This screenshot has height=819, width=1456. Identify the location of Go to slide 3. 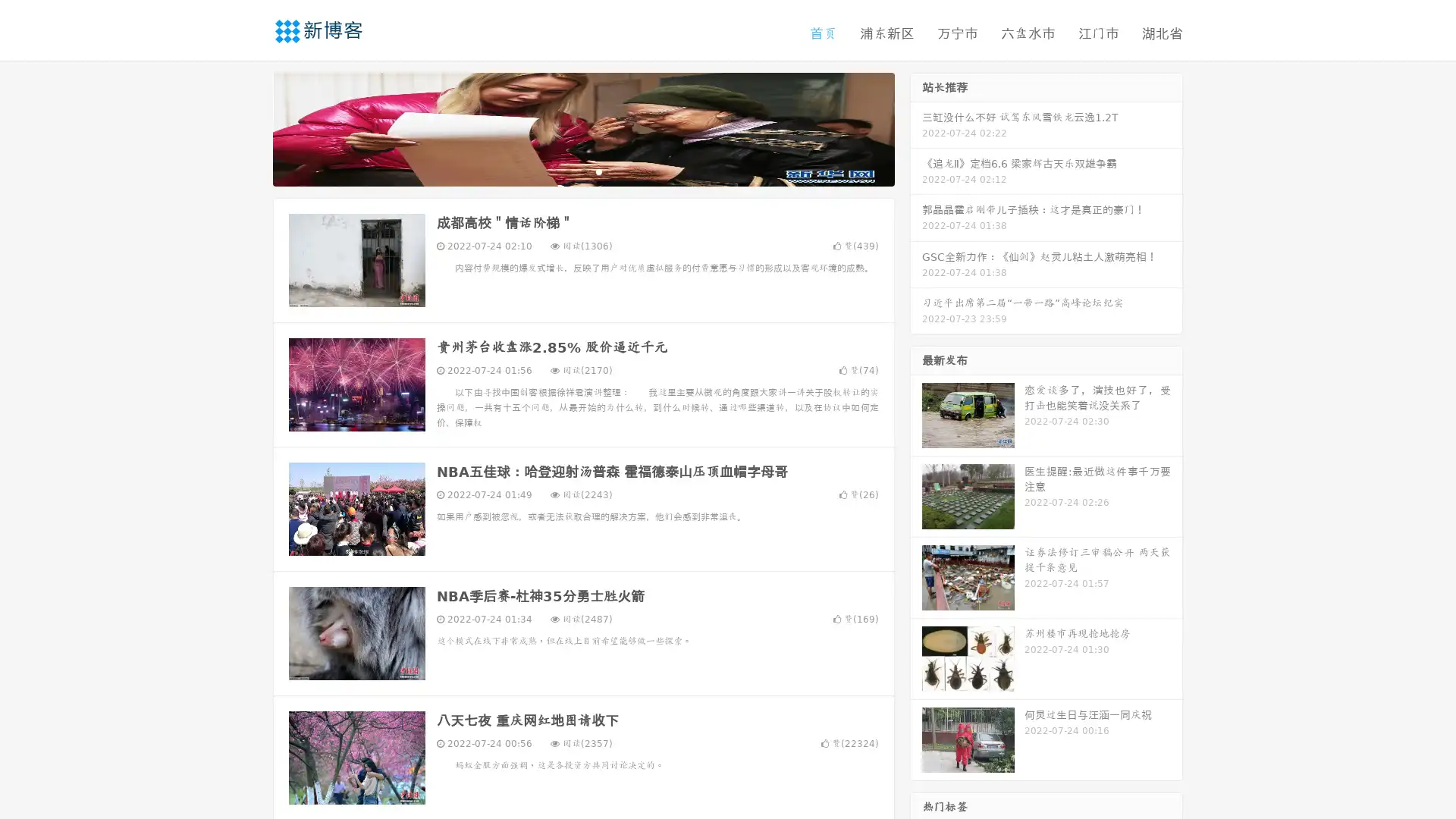
(598, 171).